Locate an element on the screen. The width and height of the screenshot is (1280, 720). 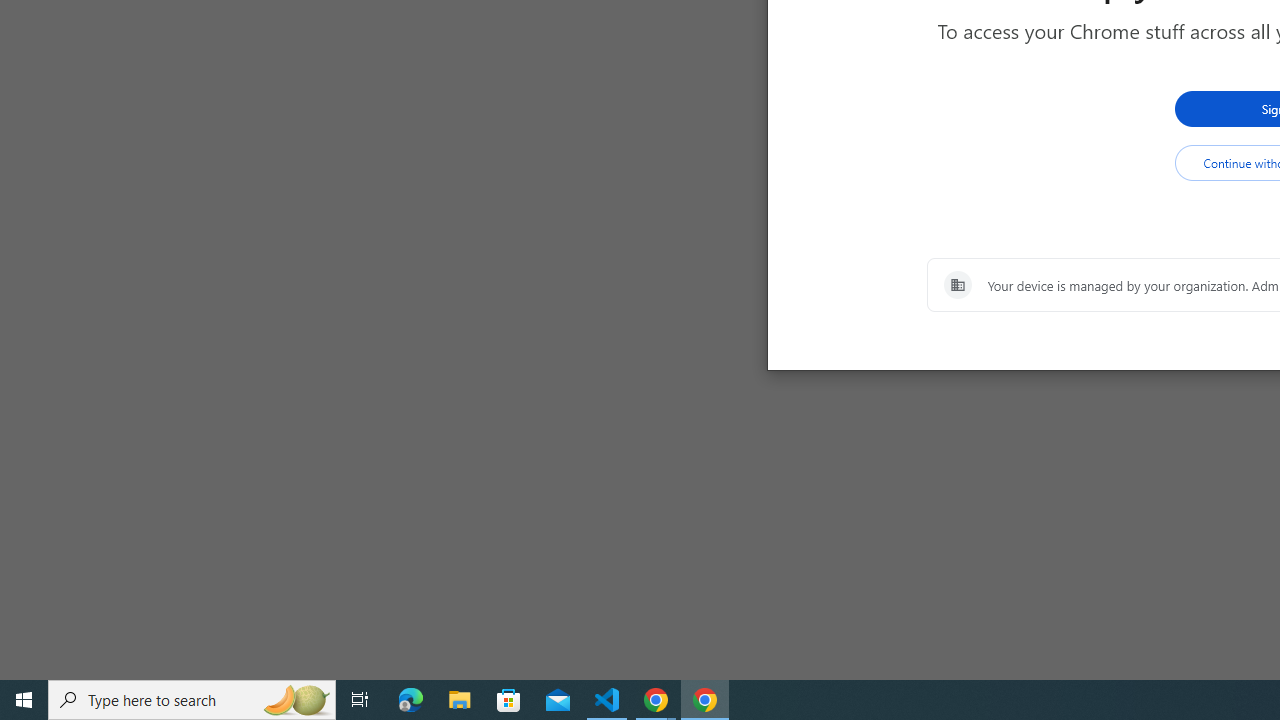
'Start' is located at coordinates (24, 698).